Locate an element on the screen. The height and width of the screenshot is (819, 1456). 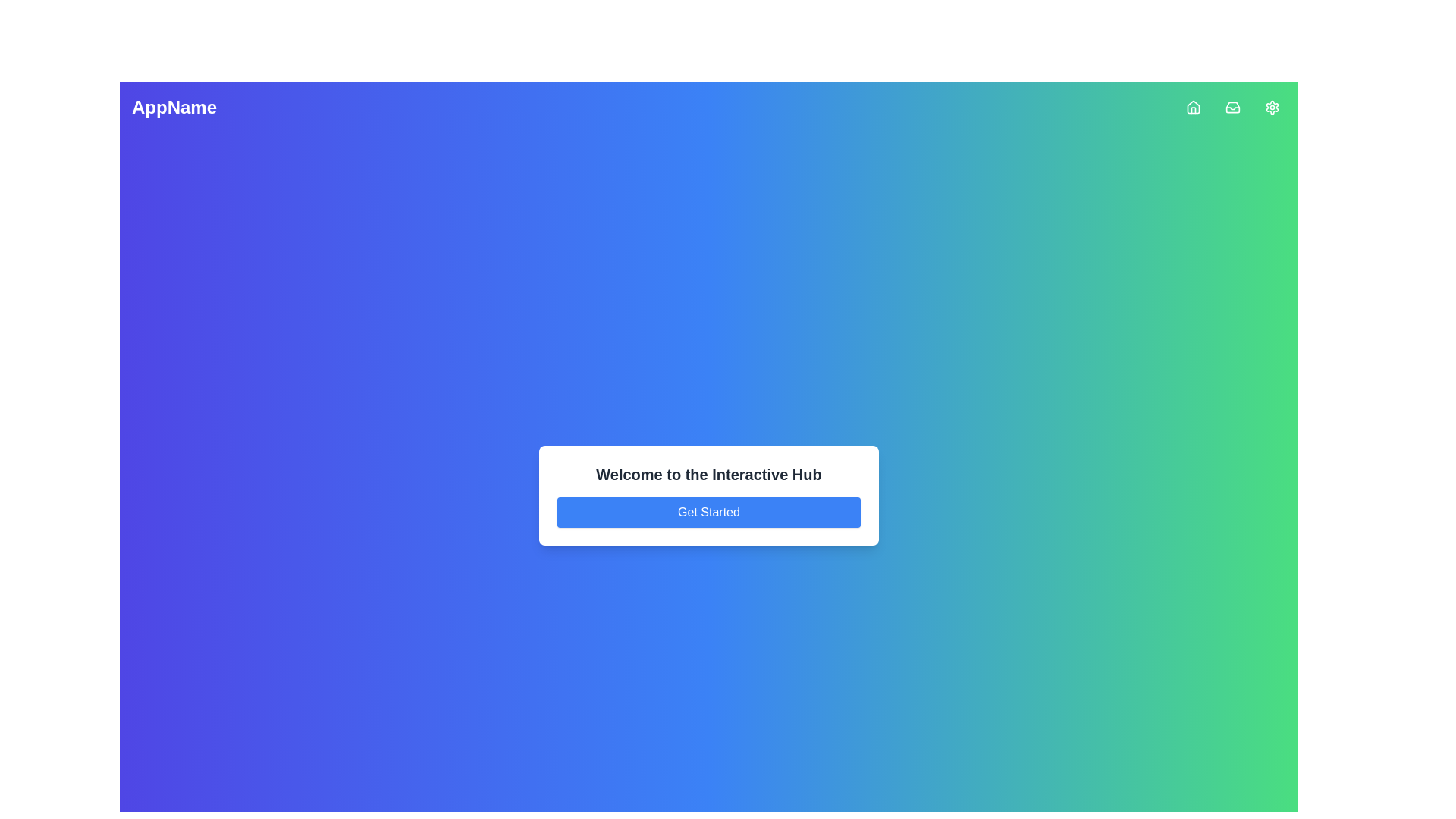
the title text element displaying 'Welcome to the Interactive Hub', which is bold and large against a white background is located at coordinates (708, 473).